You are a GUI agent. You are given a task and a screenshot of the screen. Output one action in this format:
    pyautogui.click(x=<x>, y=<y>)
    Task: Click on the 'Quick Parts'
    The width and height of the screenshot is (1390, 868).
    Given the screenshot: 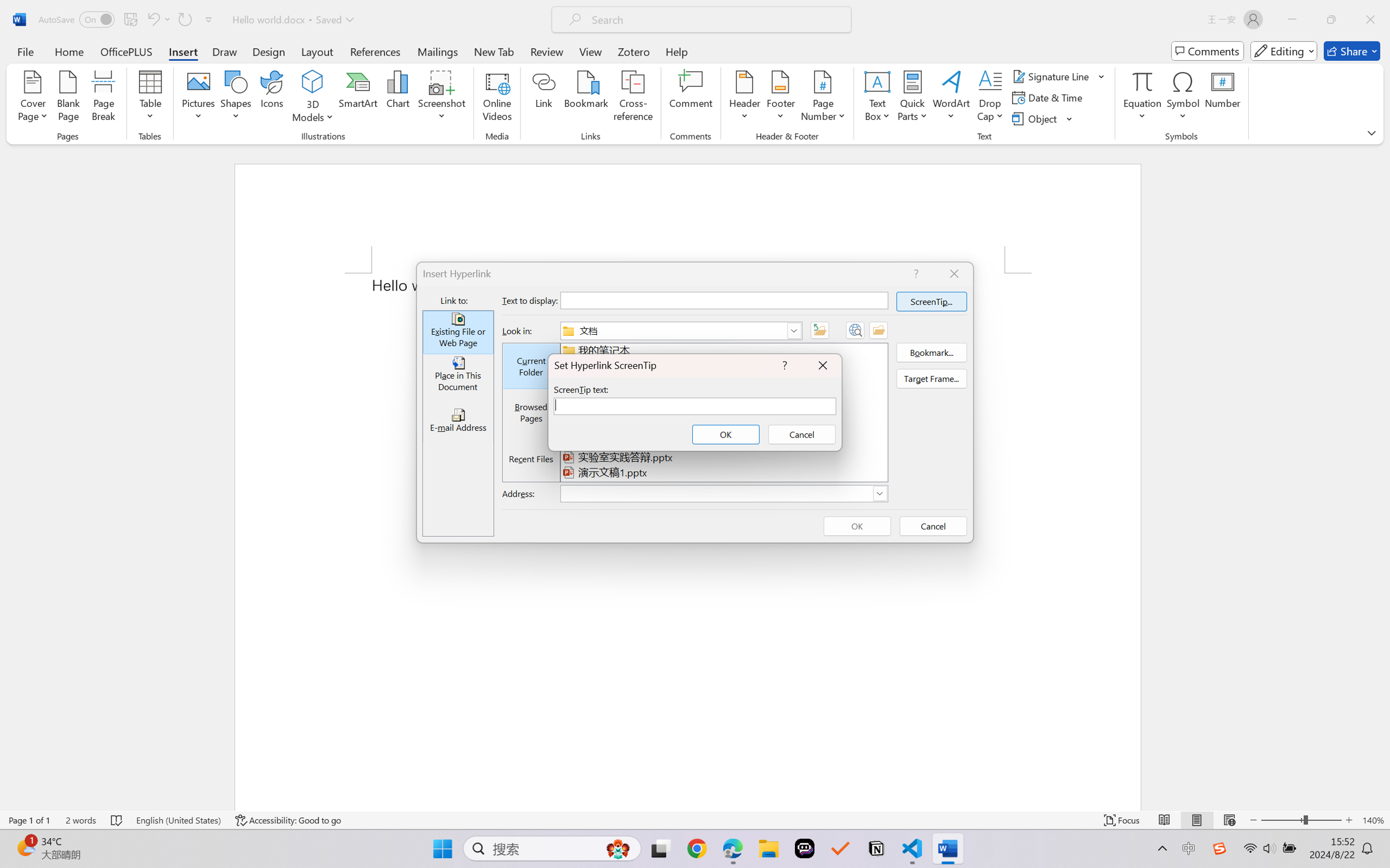 What is the action you would take?
    pyautogui.click(x=913, y=98)
    